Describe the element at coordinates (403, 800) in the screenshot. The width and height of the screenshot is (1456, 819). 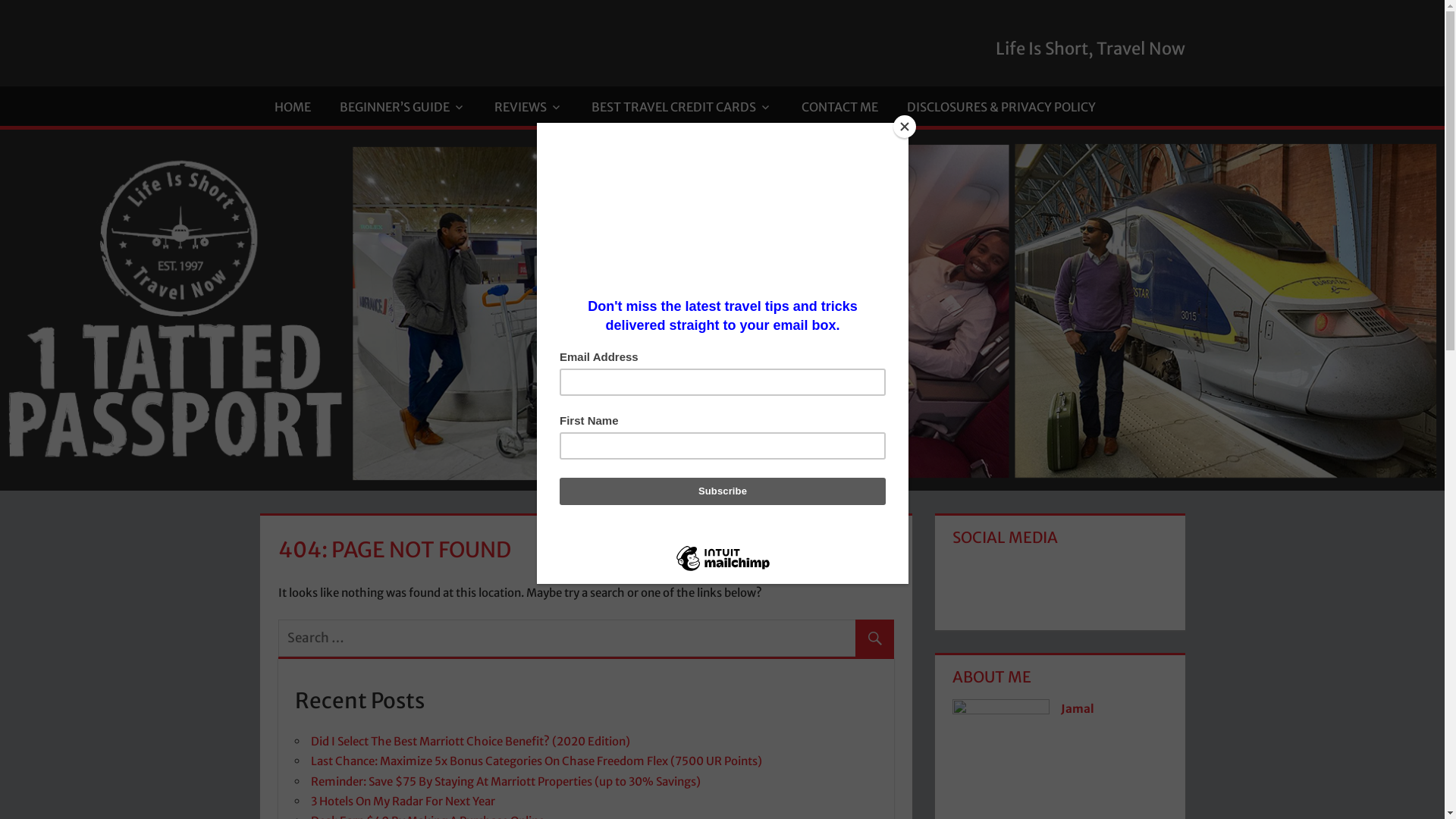
I see `'3 Hotels On My Radar For Next Year'` at that location.